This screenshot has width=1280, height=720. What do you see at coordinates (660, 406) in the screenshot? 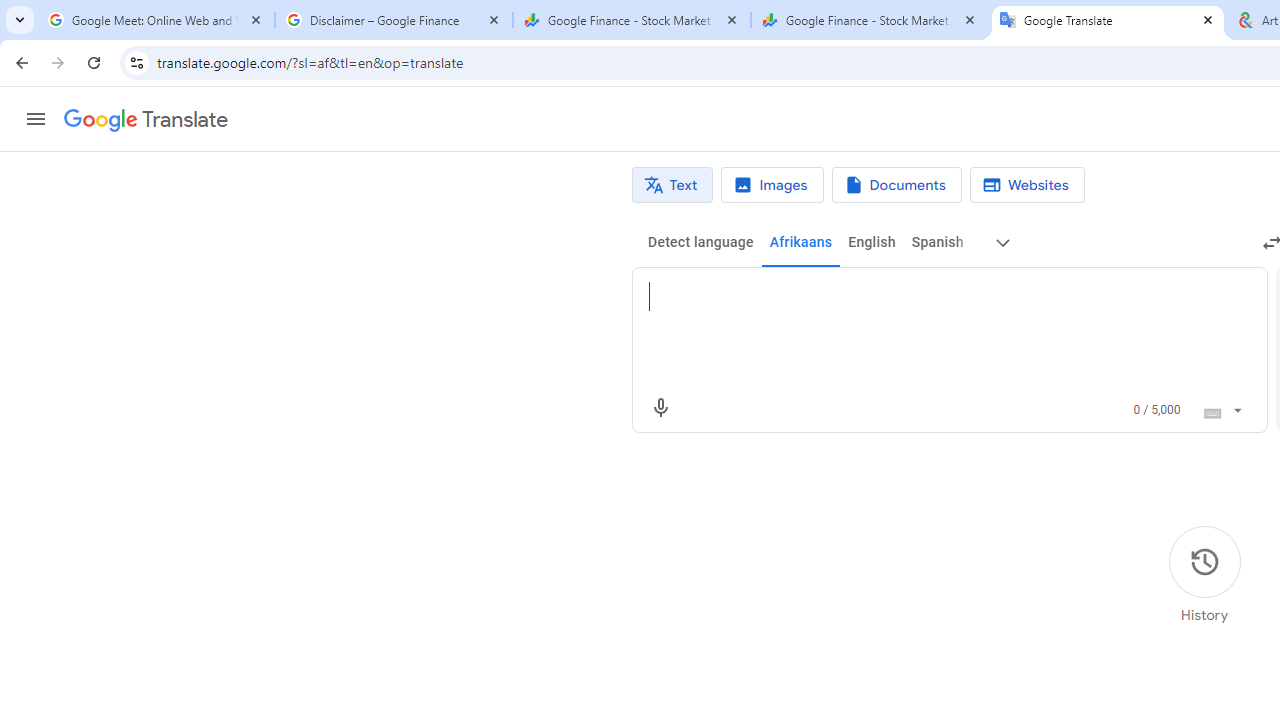
I see `'Translate by voice'` at bounding box center [660, 406].